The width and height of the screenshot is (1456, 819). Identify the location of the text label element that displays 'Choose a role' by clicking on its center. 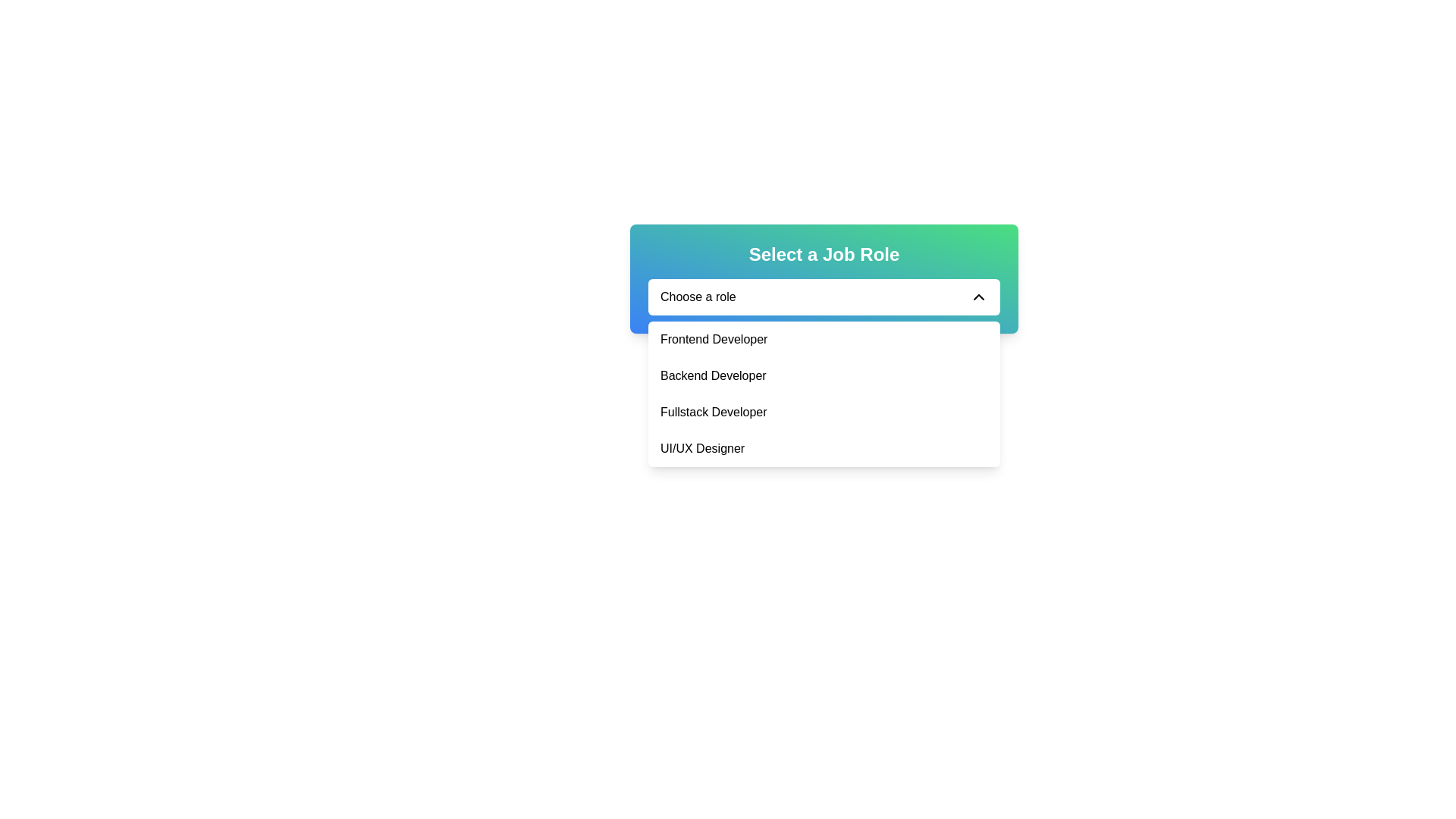
(697, 297).